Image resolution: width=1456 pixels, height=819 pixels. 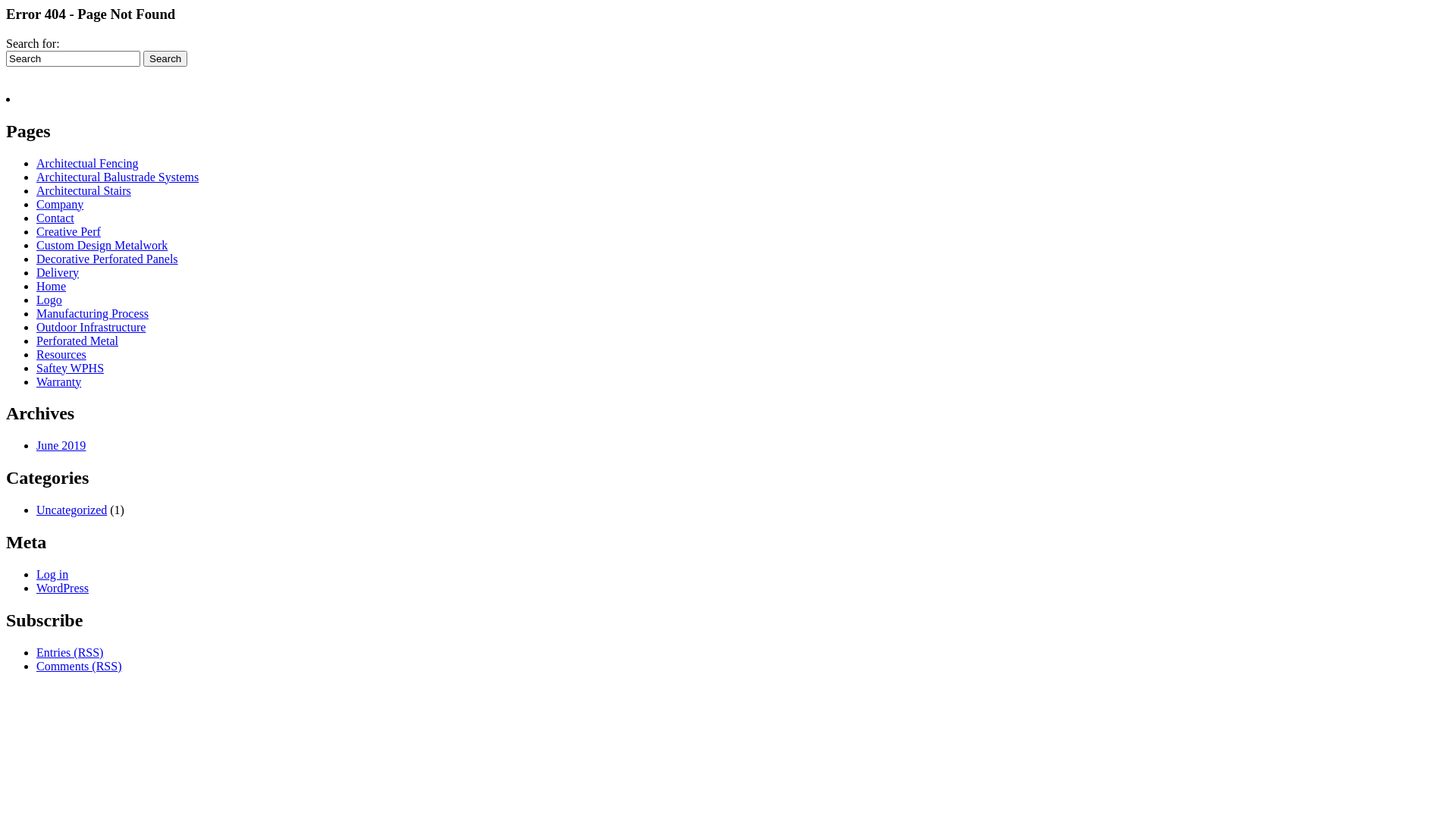 I want to click on 'Contact', so click(x=55, y=218).